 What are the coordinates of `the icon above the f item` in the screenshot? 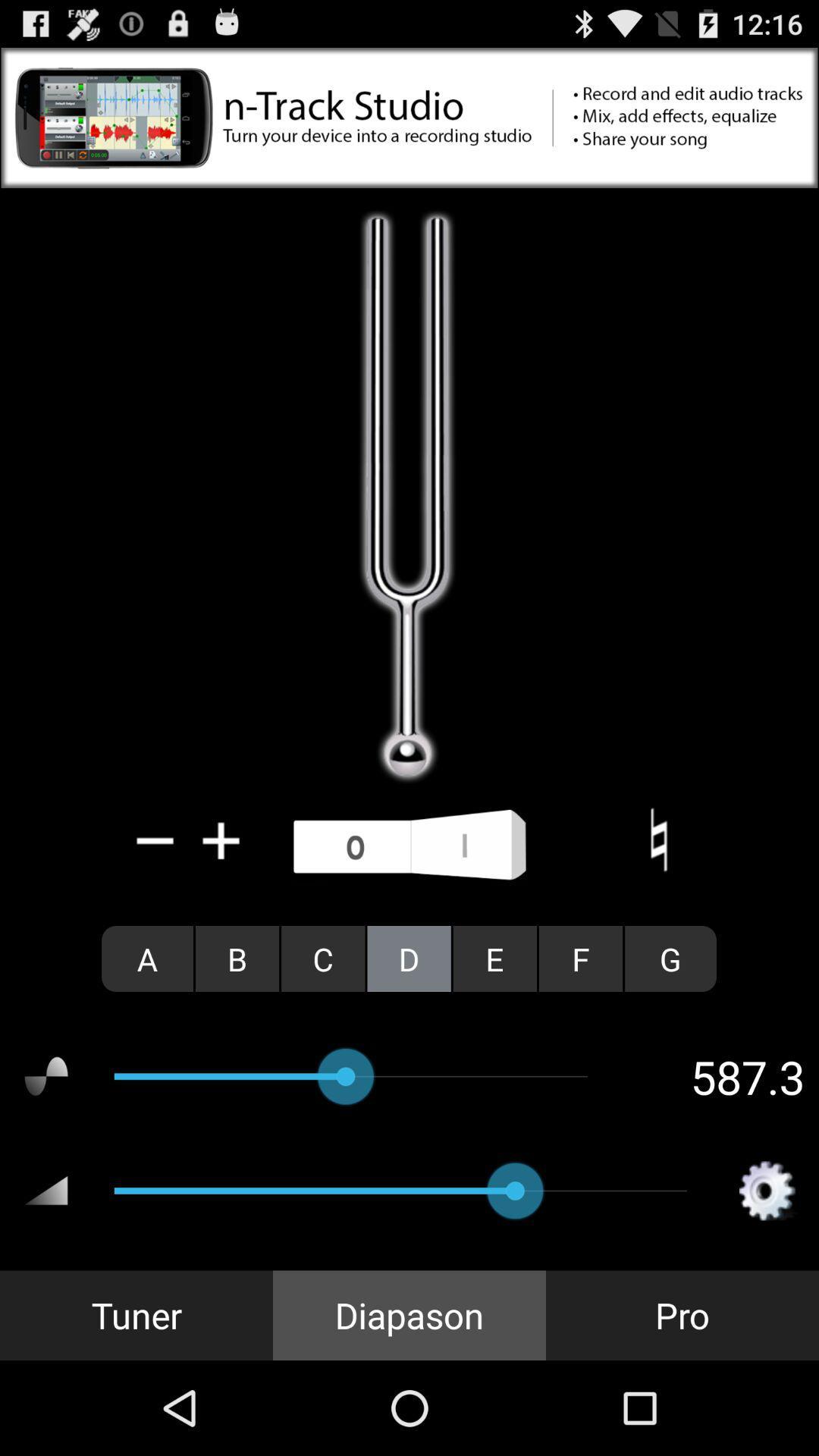 It's located at (657, 839).